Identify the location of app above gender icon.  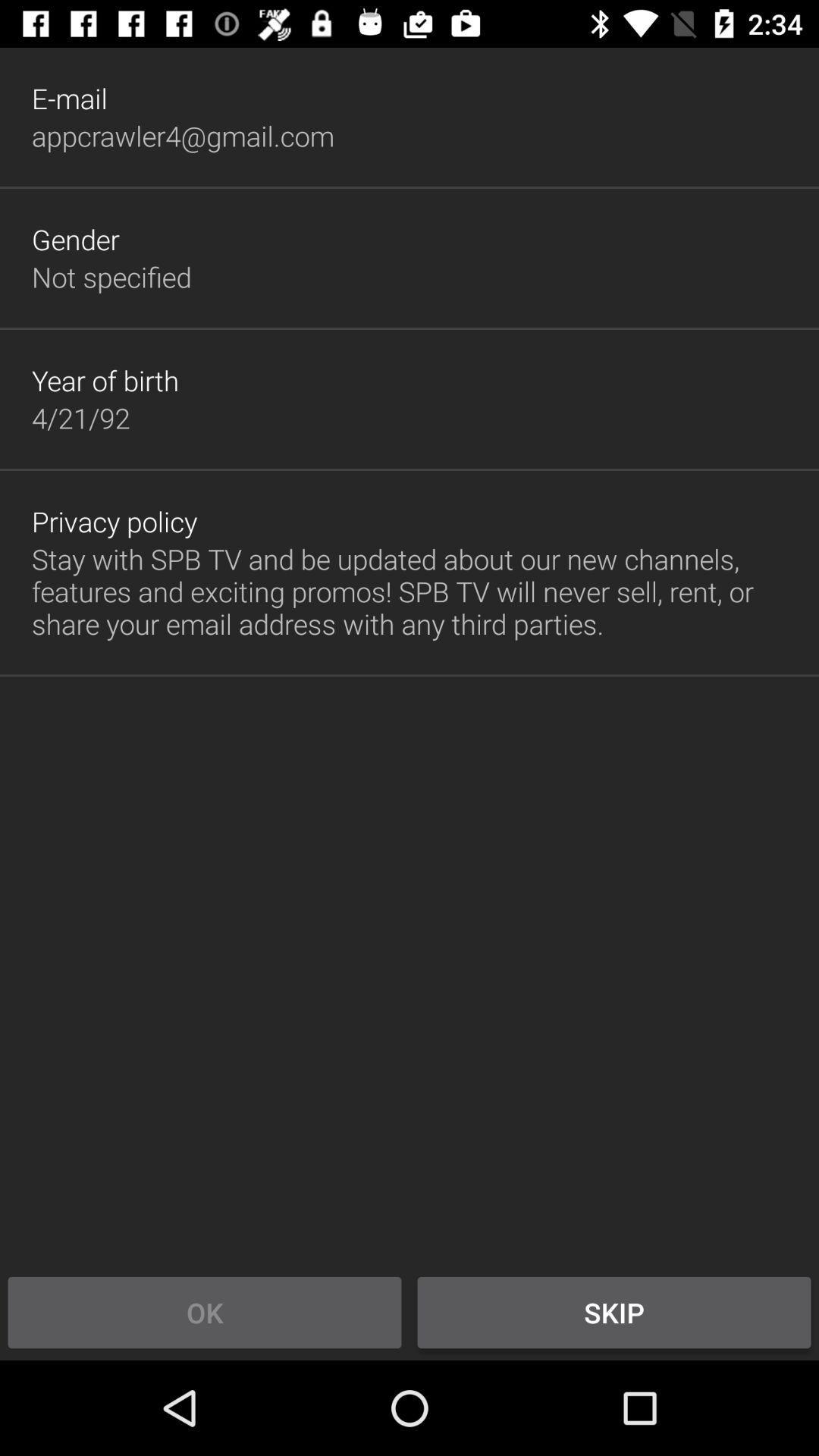
(182, 136).